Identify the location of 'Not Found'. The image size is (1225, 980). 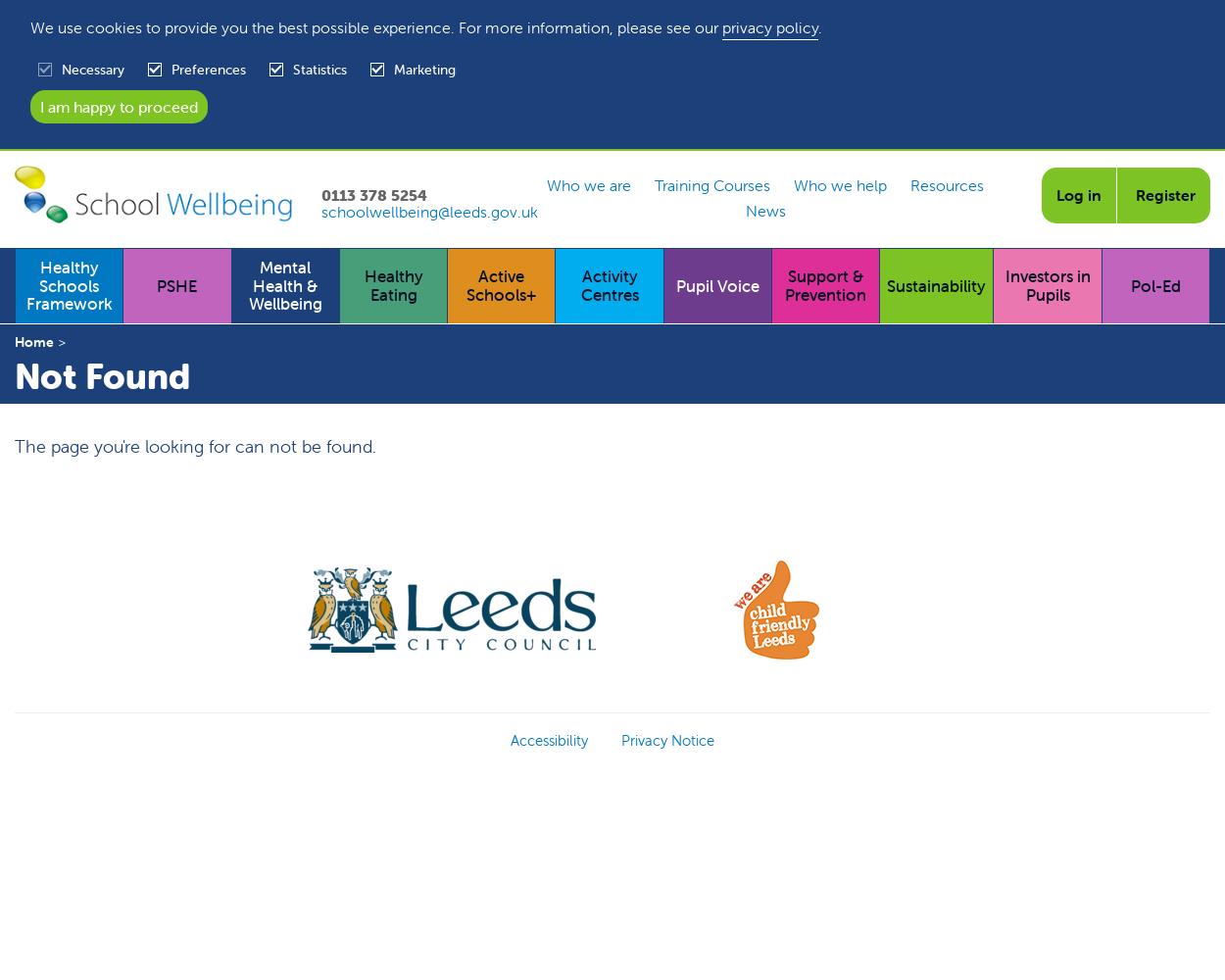
(15, 375).